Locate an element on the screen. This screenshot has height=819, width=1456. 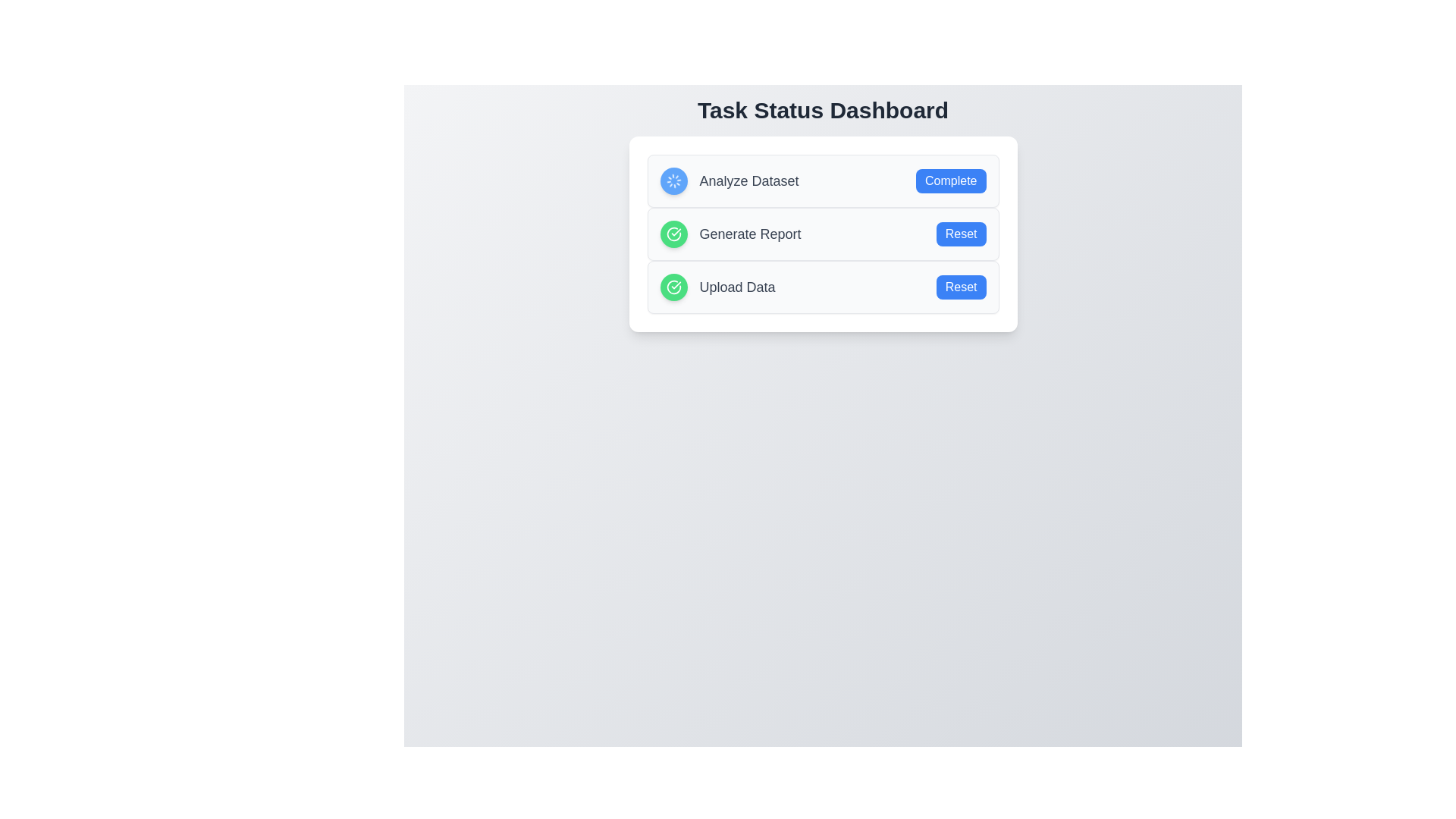
the green circular icon indicating a completed task for 'Generate Report' is located at coordinates (673, 287).